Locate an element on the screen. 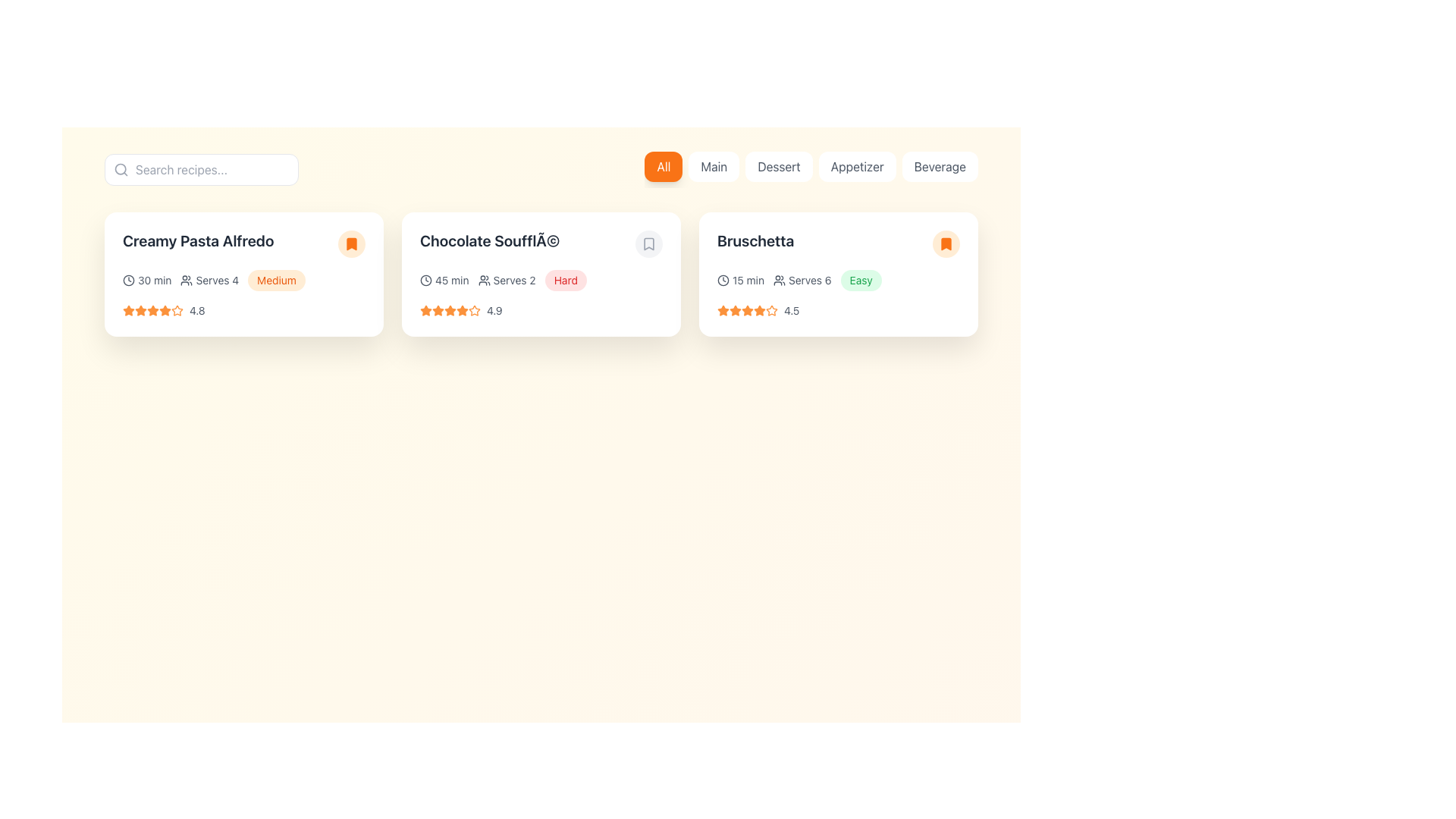  the Informational Content Box that displays preparation time, servings, and difficulty level for the 'Bruschetta' recipe, located in the rightmost card below the recipe title is located at coordinates (837, 281).